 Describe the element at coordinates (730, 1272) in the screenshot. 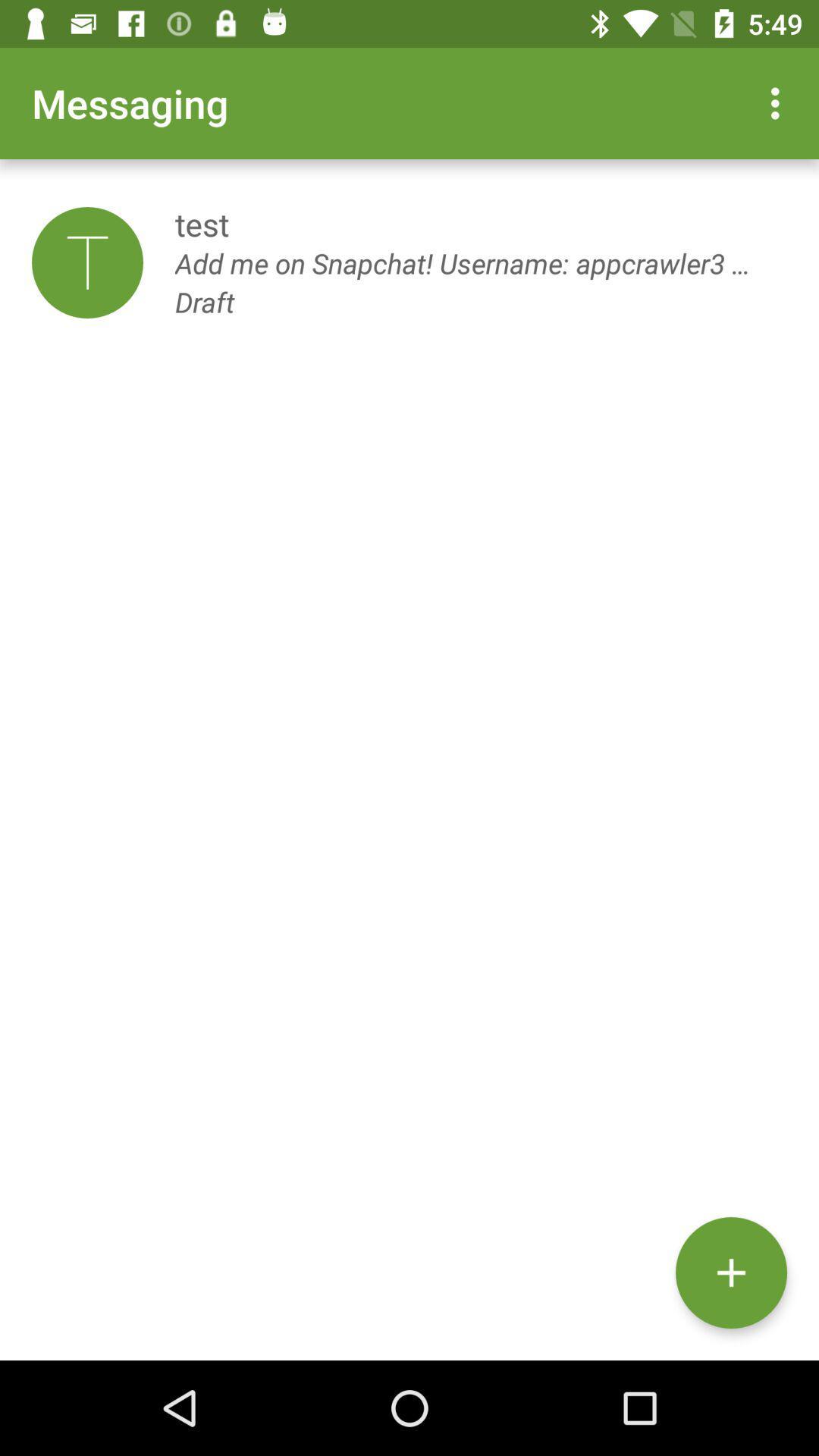

I see `the add icon` at that location.